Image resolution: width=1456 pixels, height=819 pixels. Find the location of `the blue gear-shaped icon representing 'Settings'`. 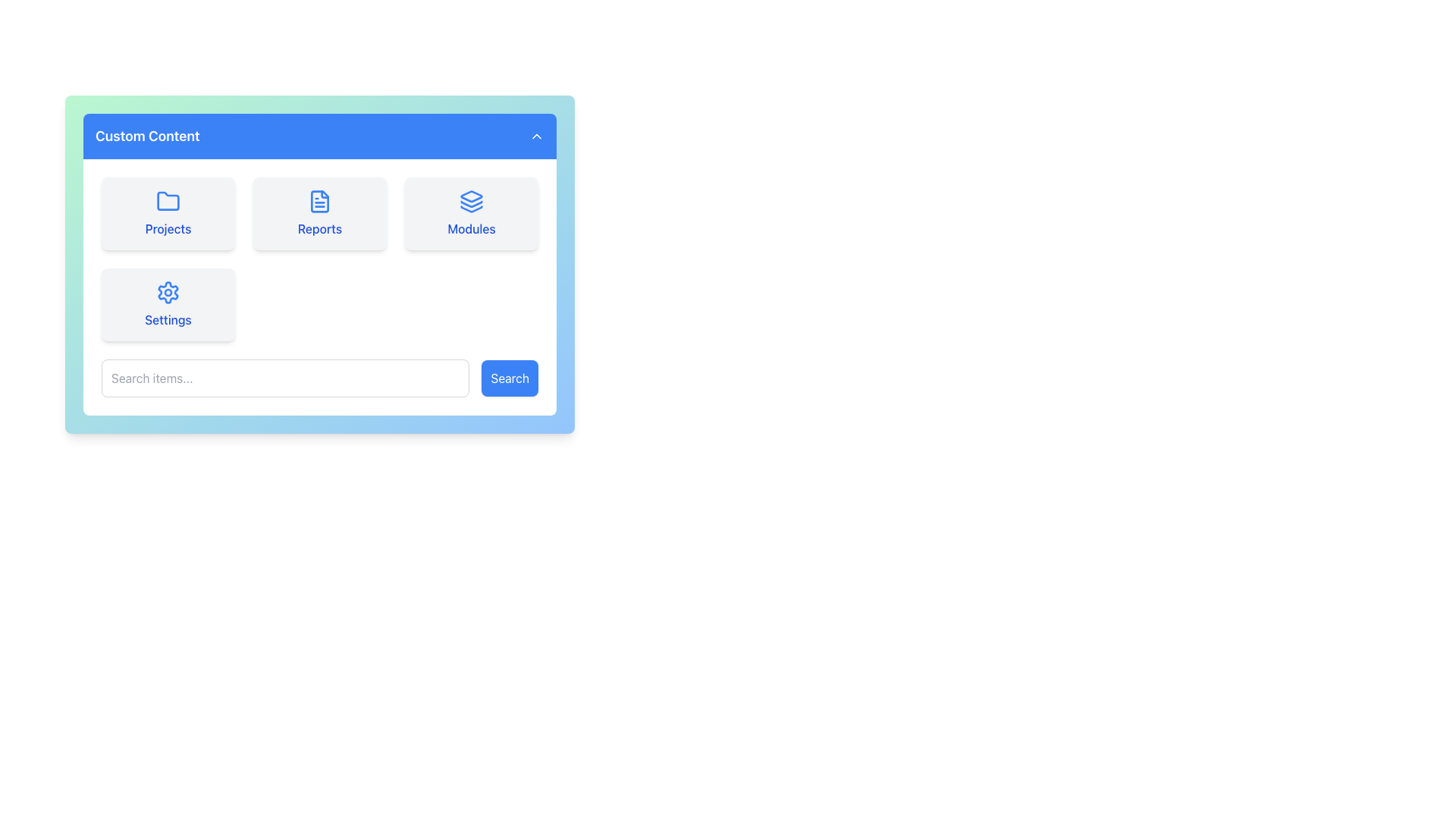

the blue gear-shaped icon representing 'Settings' is located at coordinates (168, 292).